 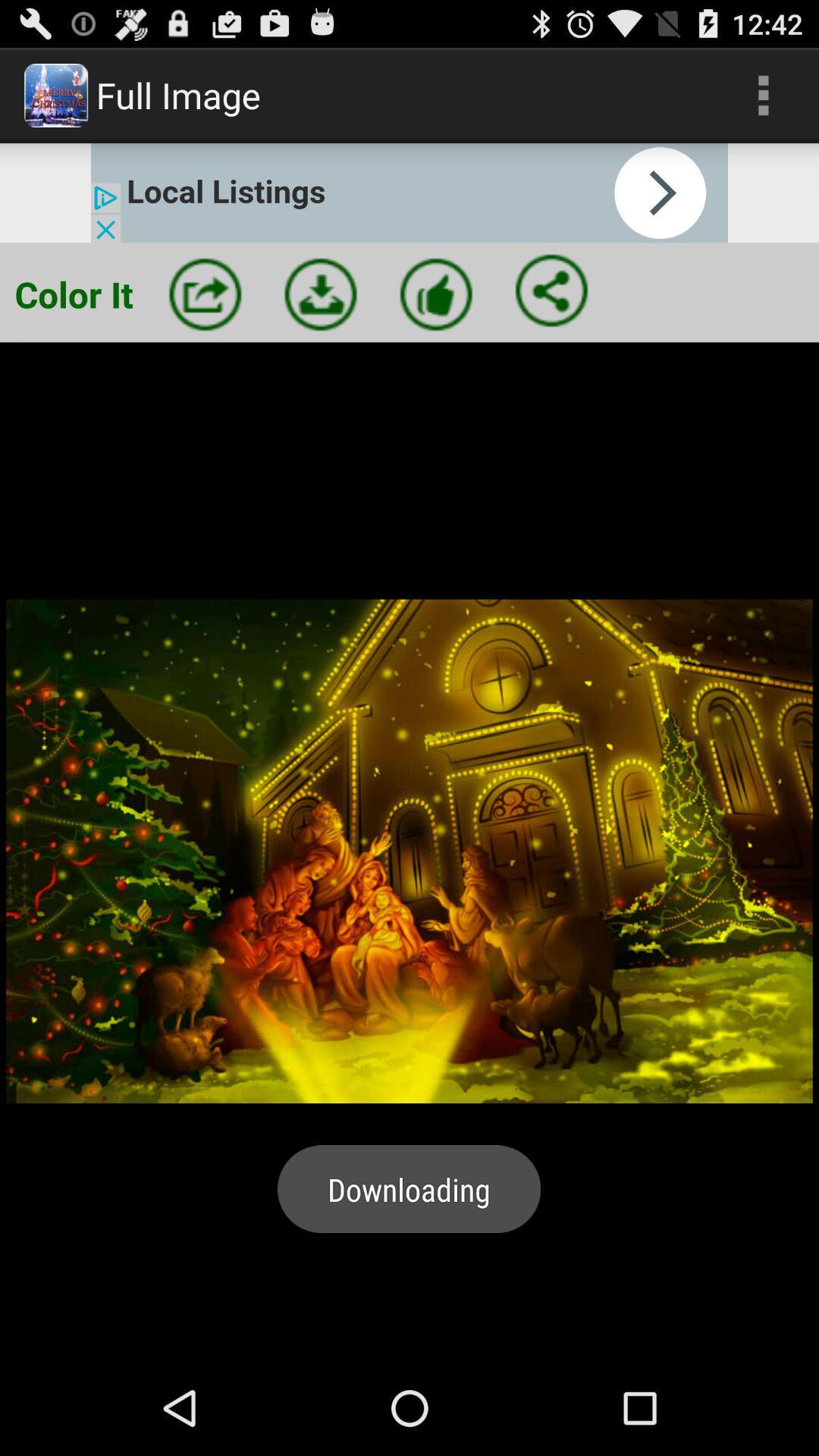 I want to click on the thumbs_up icon, so click(x=436, y=314).